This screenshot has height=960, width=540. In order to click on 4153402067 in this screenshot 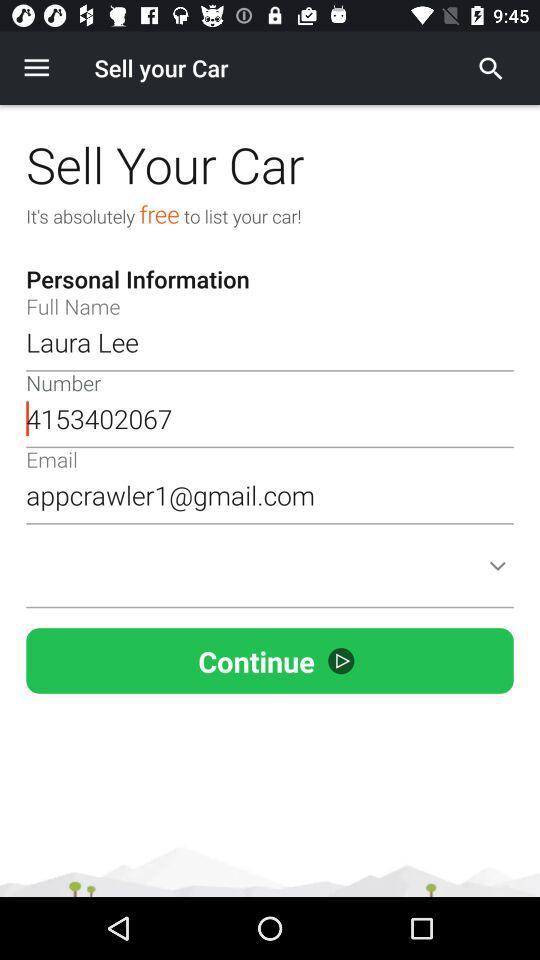, I will do `click(270, 417)`.